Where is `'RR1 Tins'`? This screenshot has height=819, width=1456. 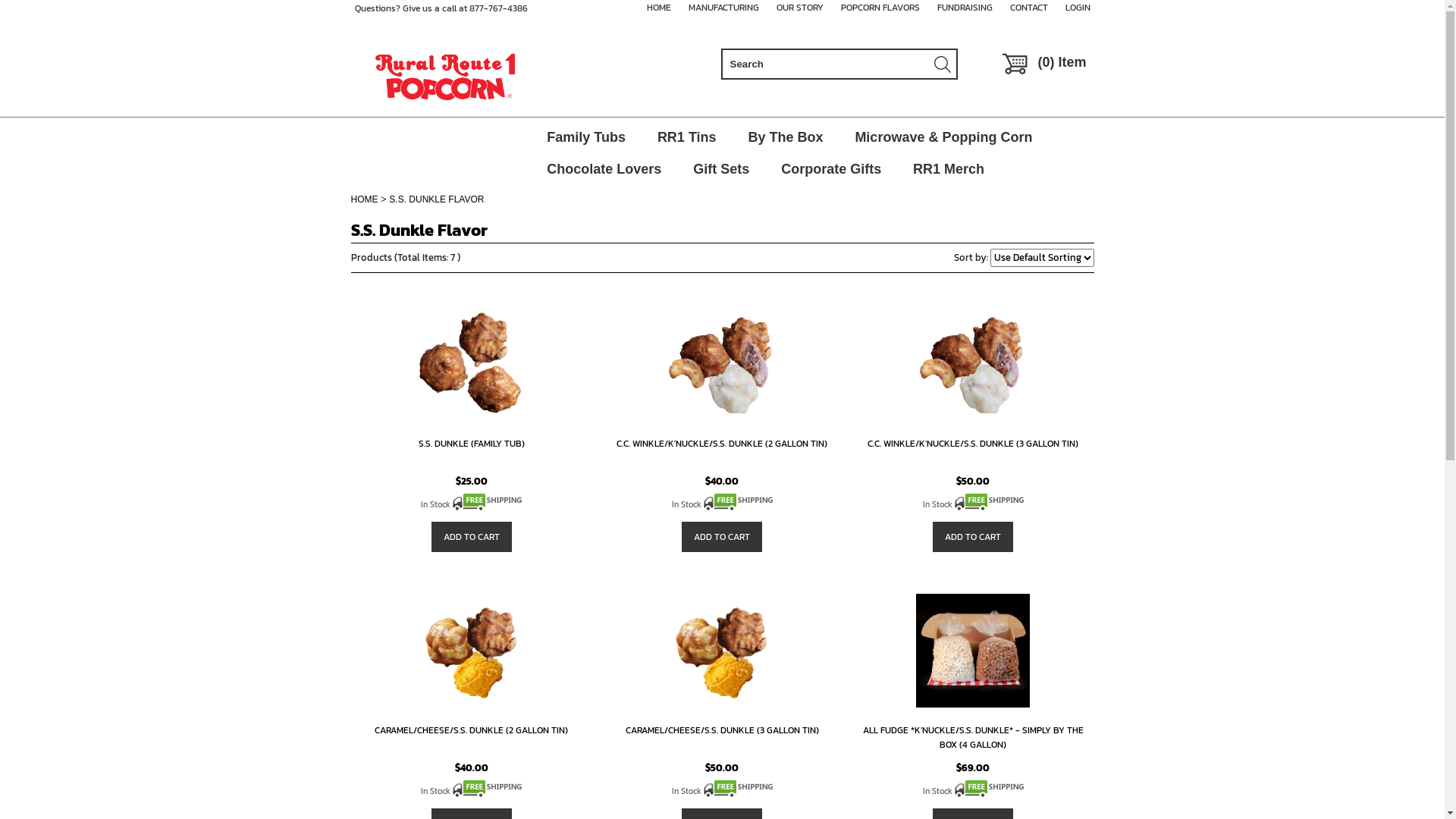 'RR1 Tins' is located at coordinates (686, 133).